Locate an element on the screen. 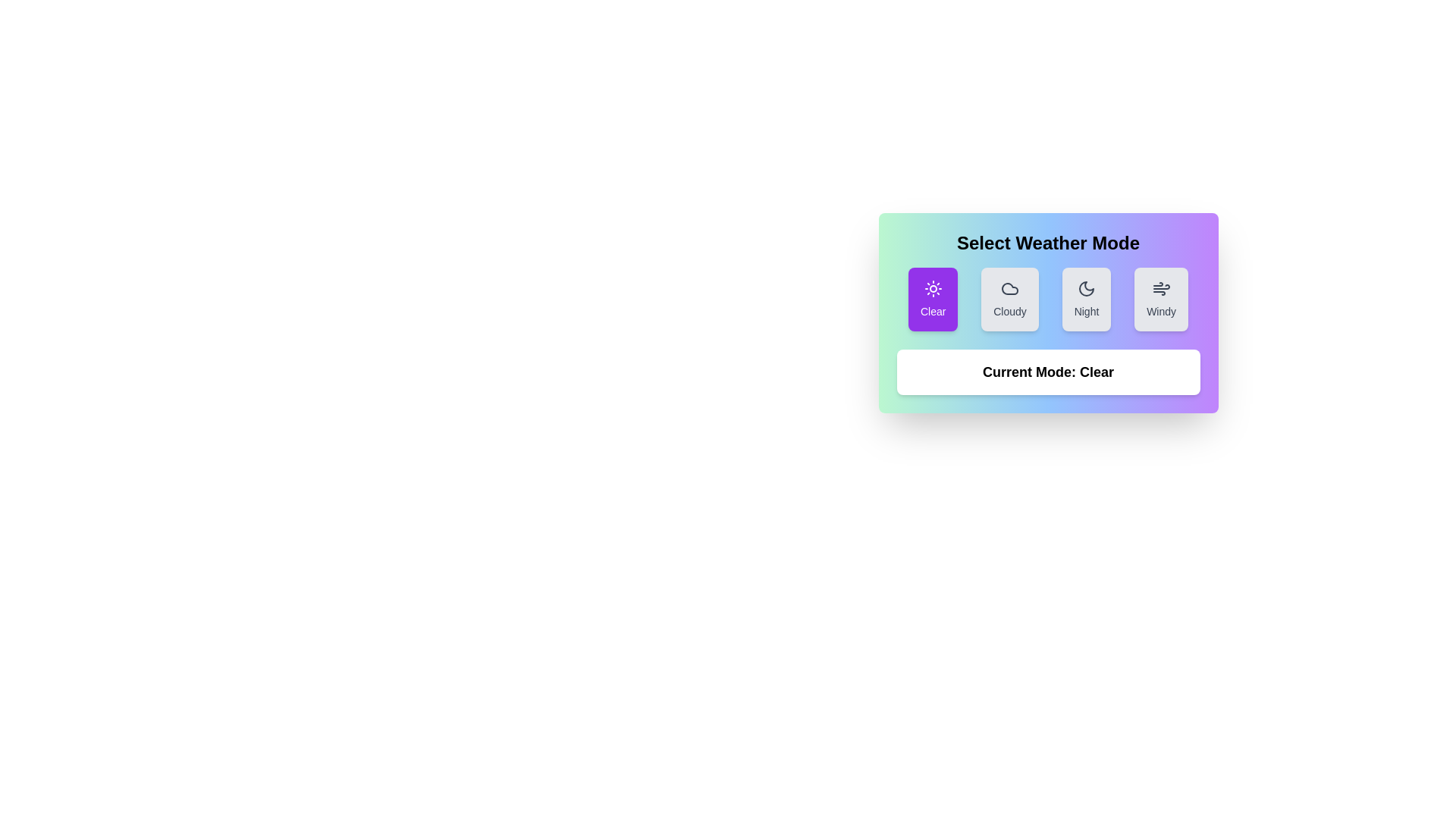  text label that says 'Night' which is located centrally within a button featuring a crescent moon icon above it is located at coordinates (1085, 311).